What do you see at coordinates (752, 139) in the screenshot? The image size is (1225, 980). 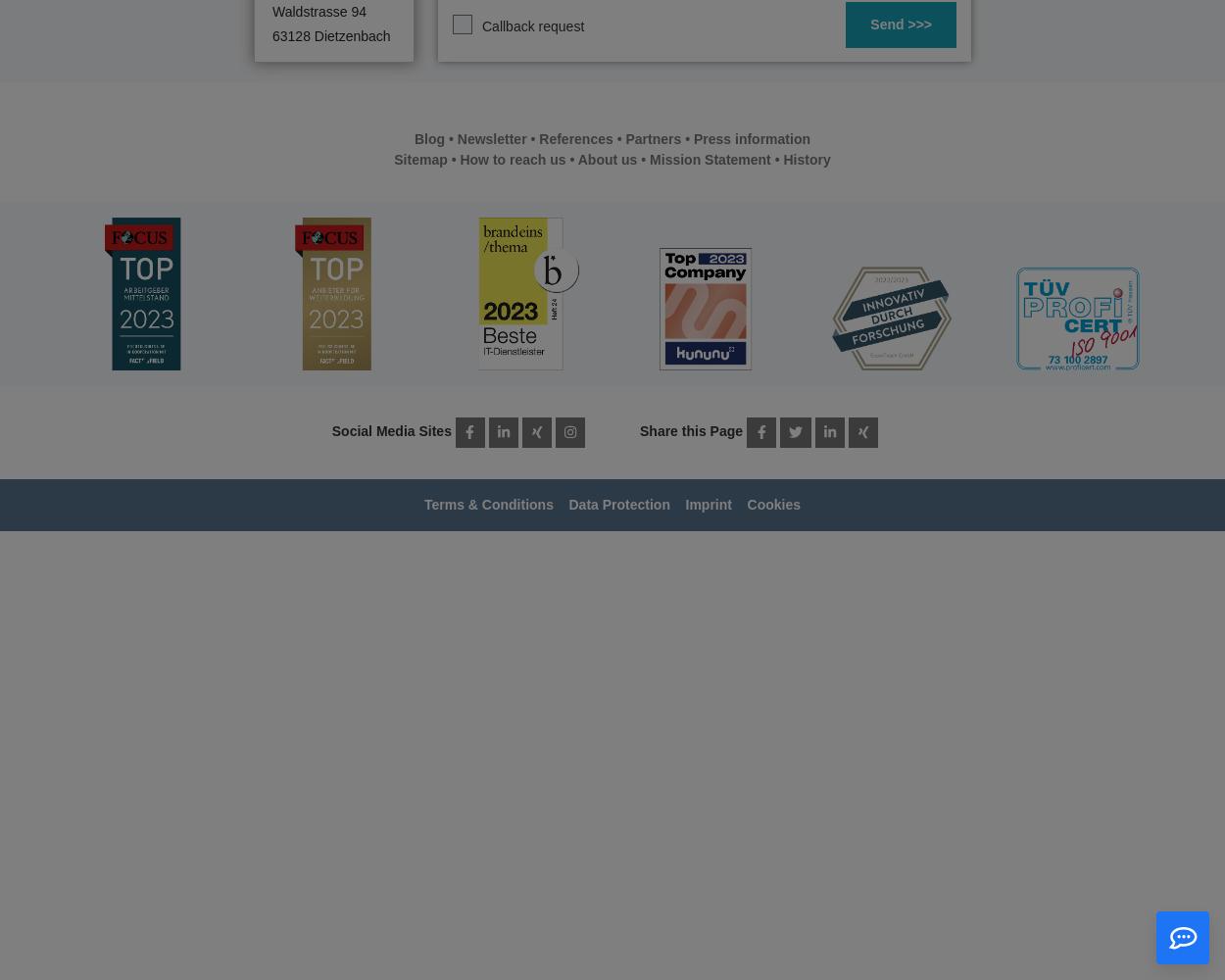 I see `'Press information'` at bounding box center [752, 139].